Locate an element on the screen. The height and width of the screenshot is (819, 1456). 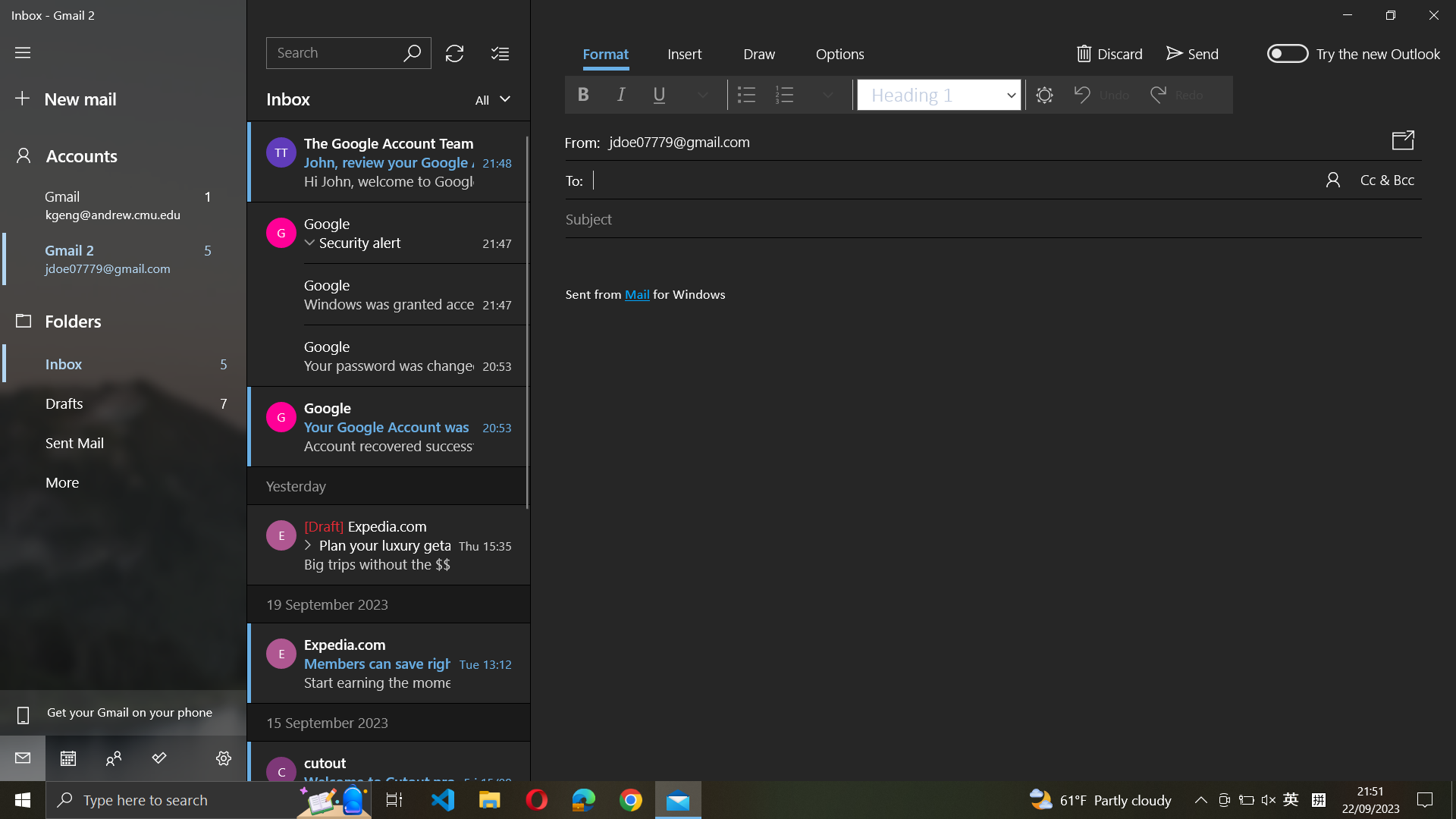
the "Insert" button to add an image is located at coordinates (683, 55).